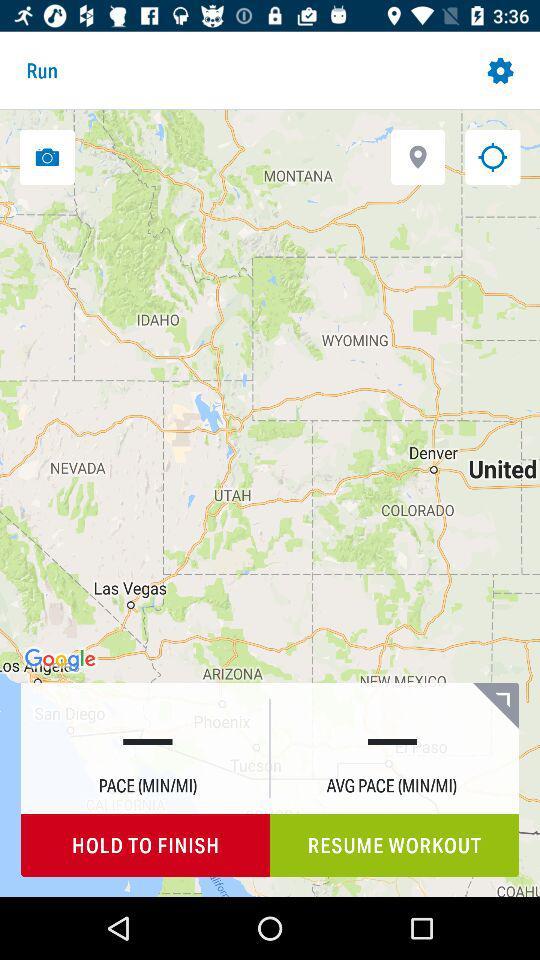 The height and width of the screenshot is (960, 540). Describe the element at coordinates (417, 156) in the screenshot. I see `use satellite autolocation` at that location.